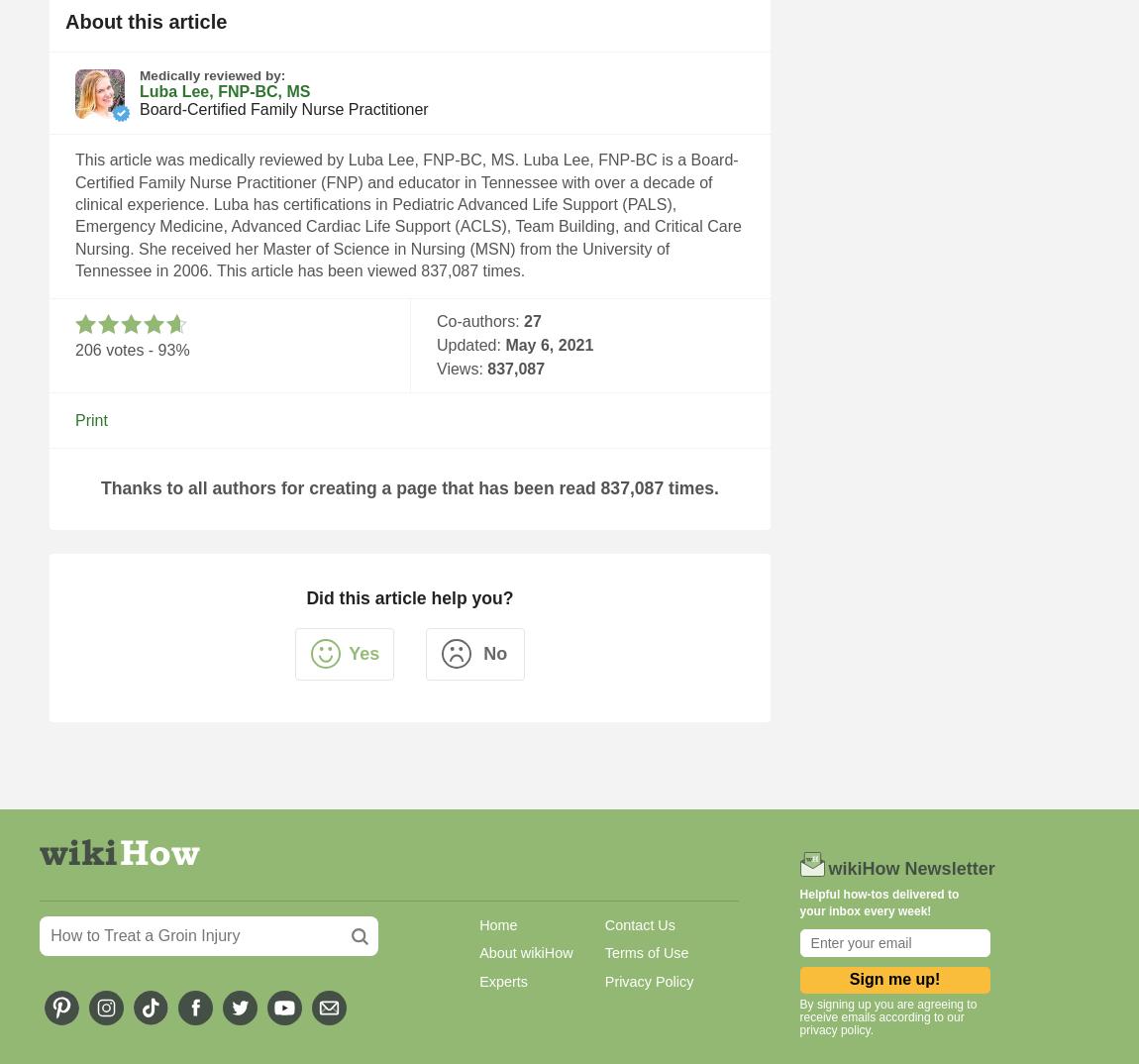 This screenshot has width=1139, height=1064. Describe the element at coordinates (495, 652) in the screenshot. I see `'No'` at that location.